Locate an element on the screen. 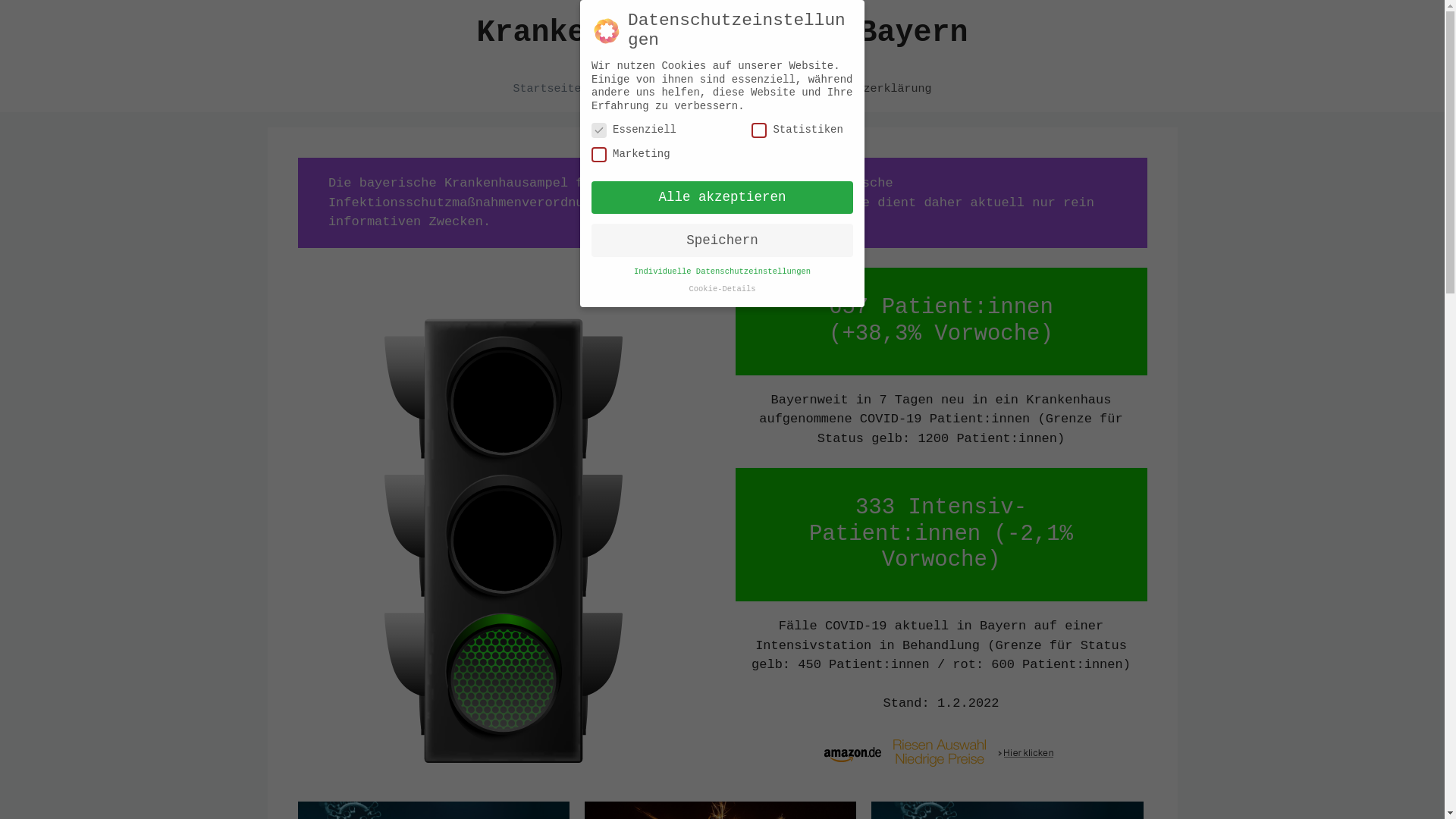 Image resolution: width=1456 pixels, height=819 pixels. 'Startseite' is located at coordinates (497, 89).